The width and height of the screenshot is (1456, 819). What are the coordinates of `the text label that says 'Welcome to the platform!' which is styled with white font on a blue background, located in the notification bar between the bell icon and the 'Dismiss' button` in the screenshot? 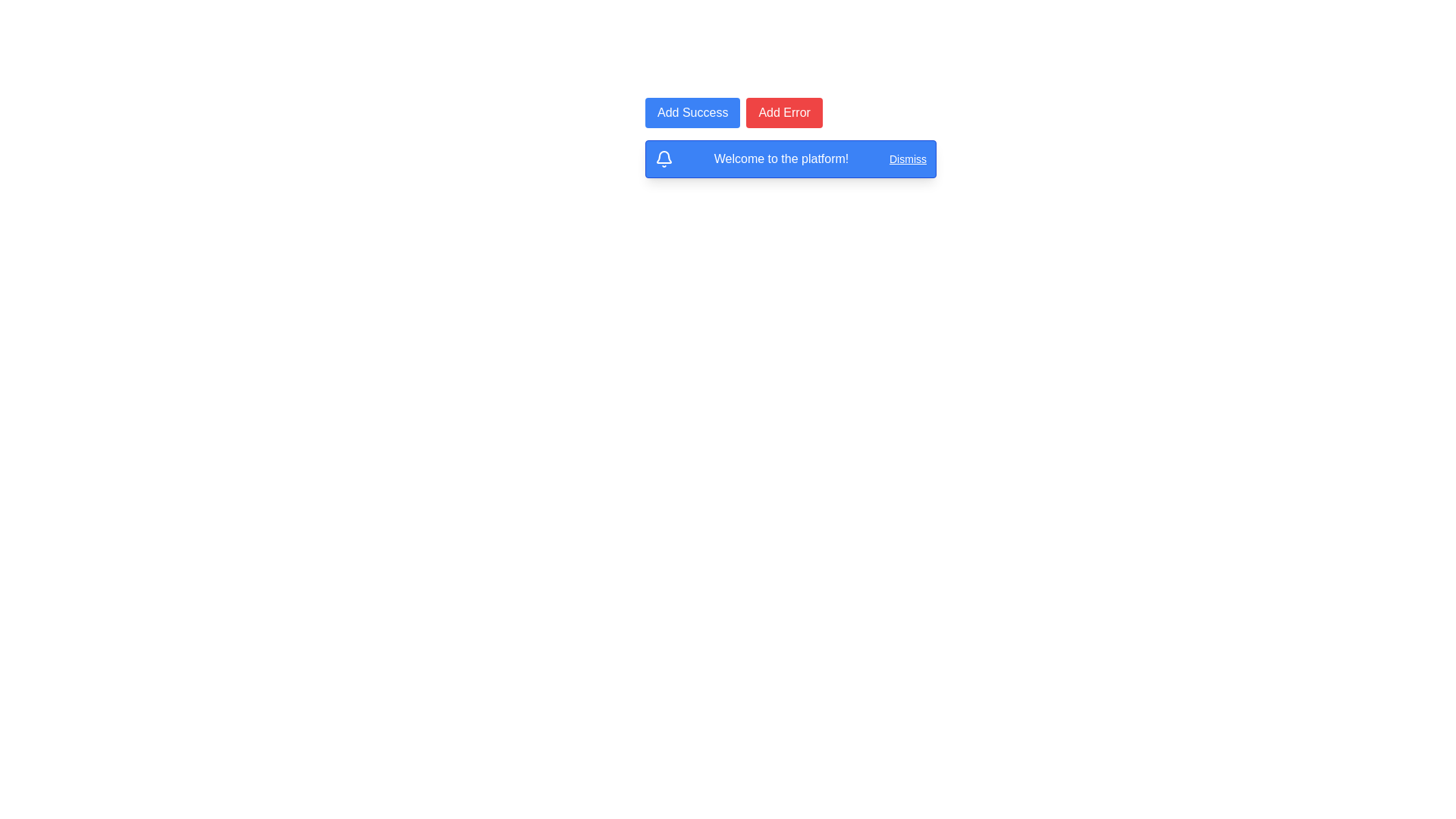 It's located at (781, 158).